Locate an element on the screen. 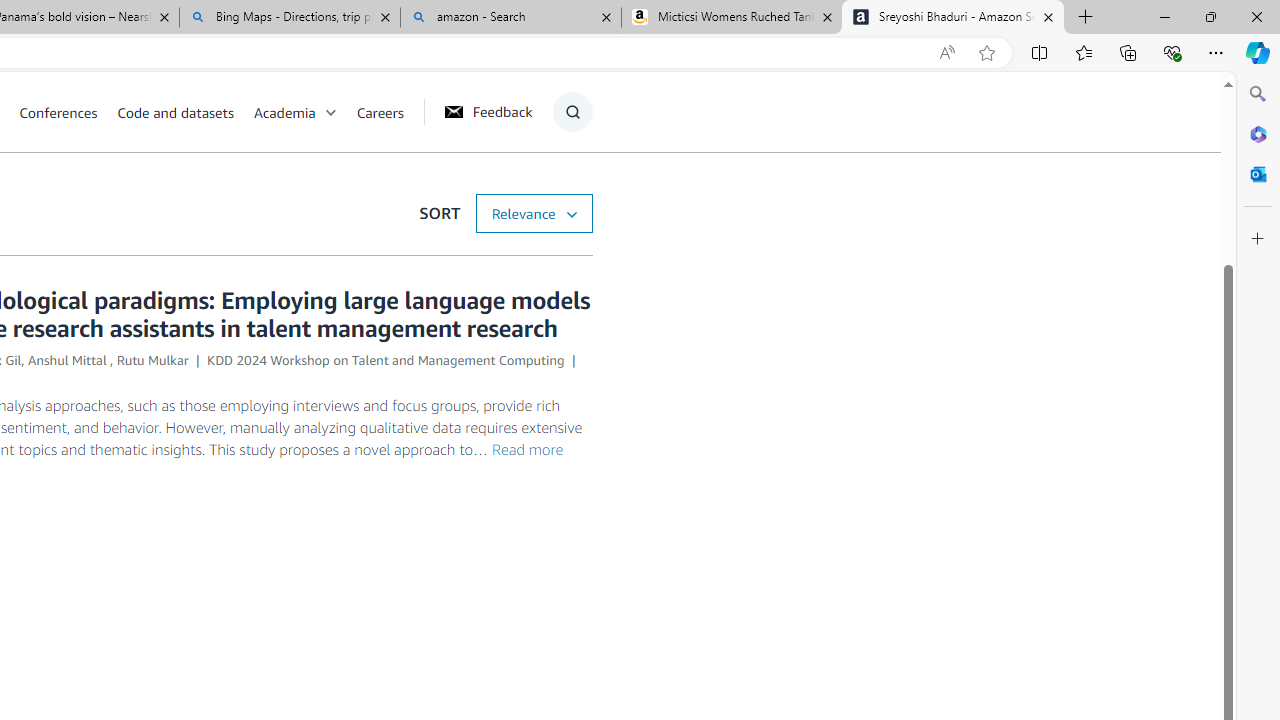 This screenshot has height=720, width=1280. 'Academia' is located at coordinates (283, 111).